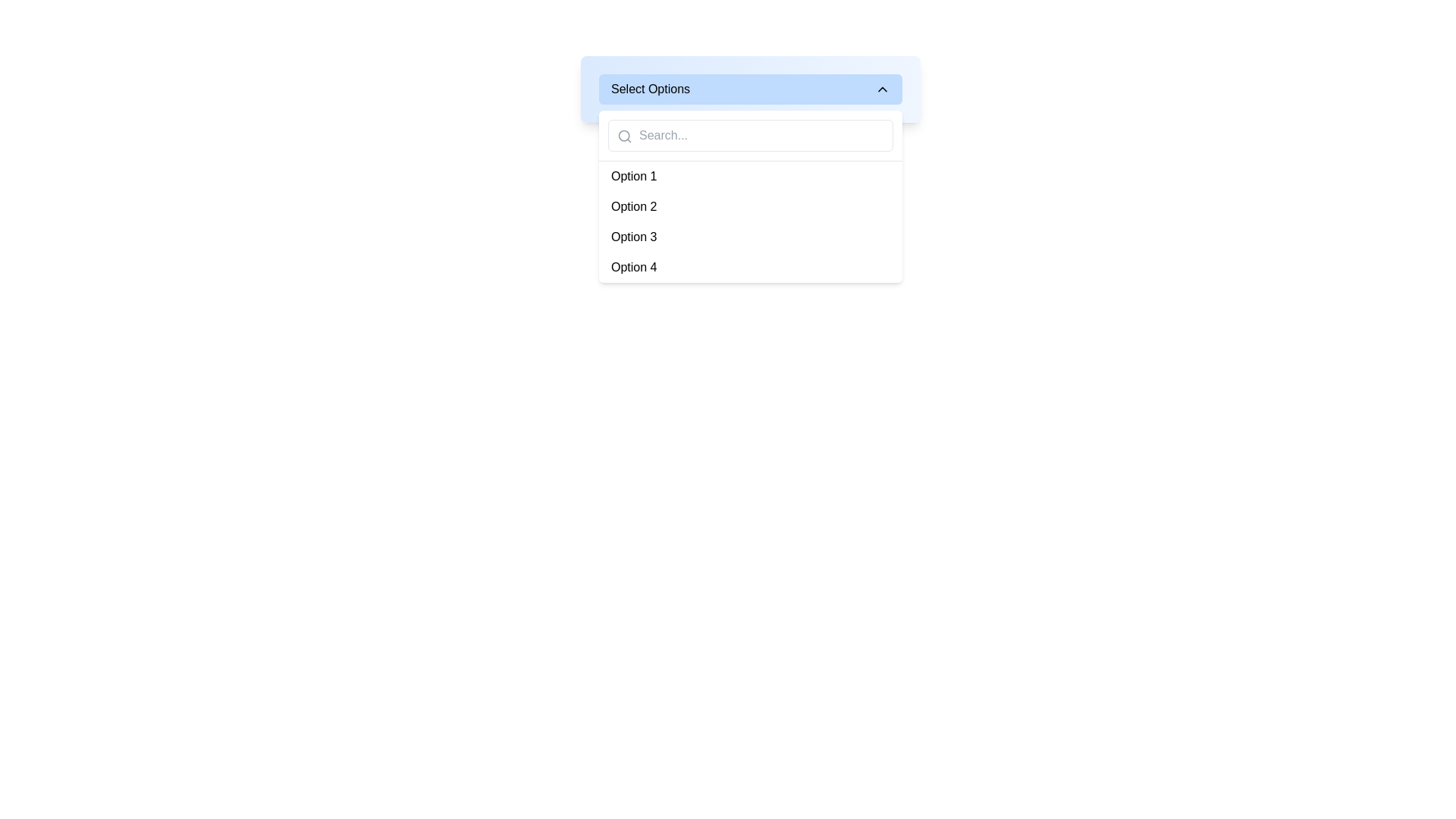  What do you see at coordinates (750, 267) in the screenshot?
I see `the 'Option 4' from the dropdown menu by clicking on the text label` at bounding box center [750, 267].